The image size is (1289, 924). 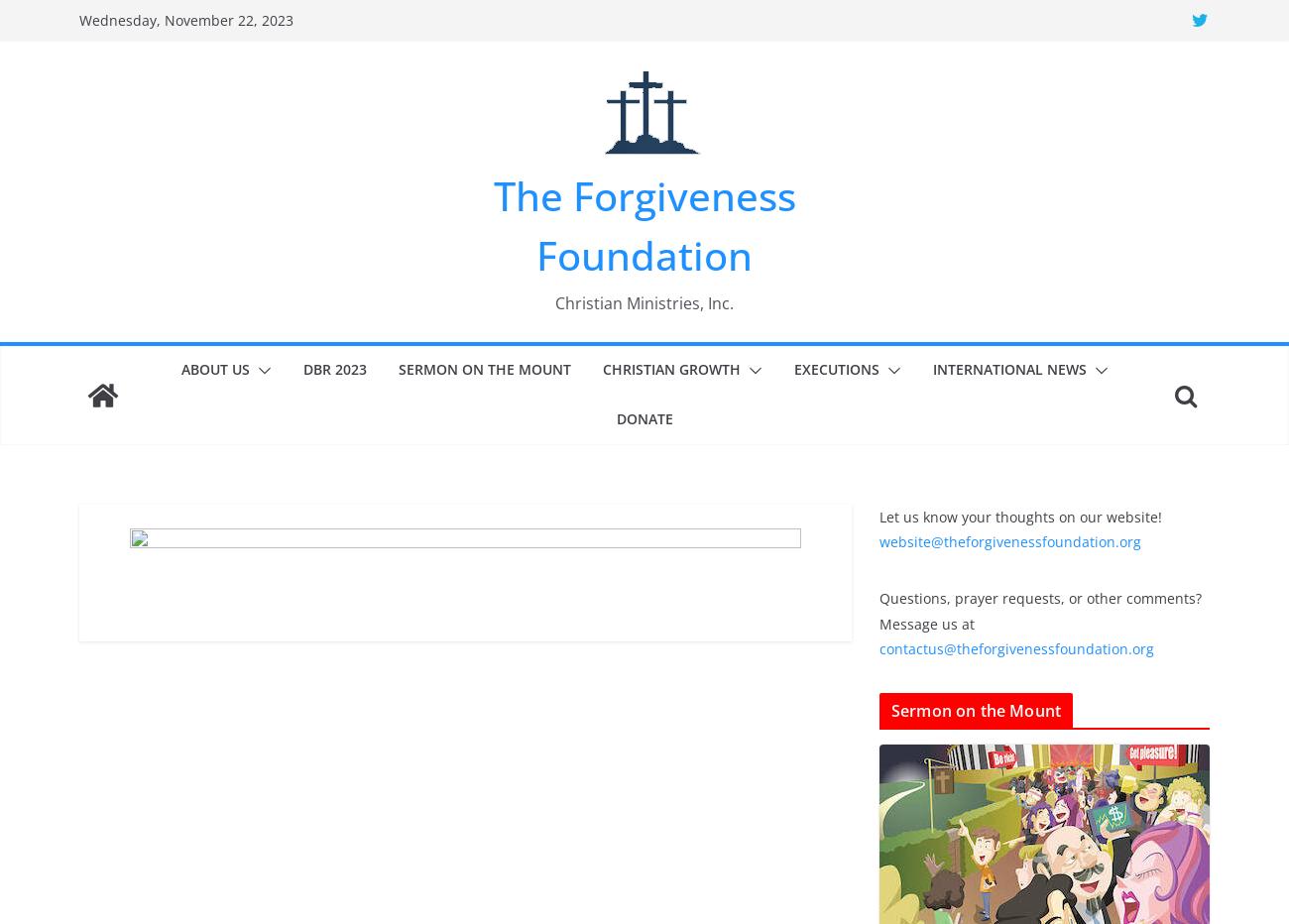 What do you see at coordinates (836, 367) in the screenshot?
I see `'Executions'` at bounding box center [836, 367].